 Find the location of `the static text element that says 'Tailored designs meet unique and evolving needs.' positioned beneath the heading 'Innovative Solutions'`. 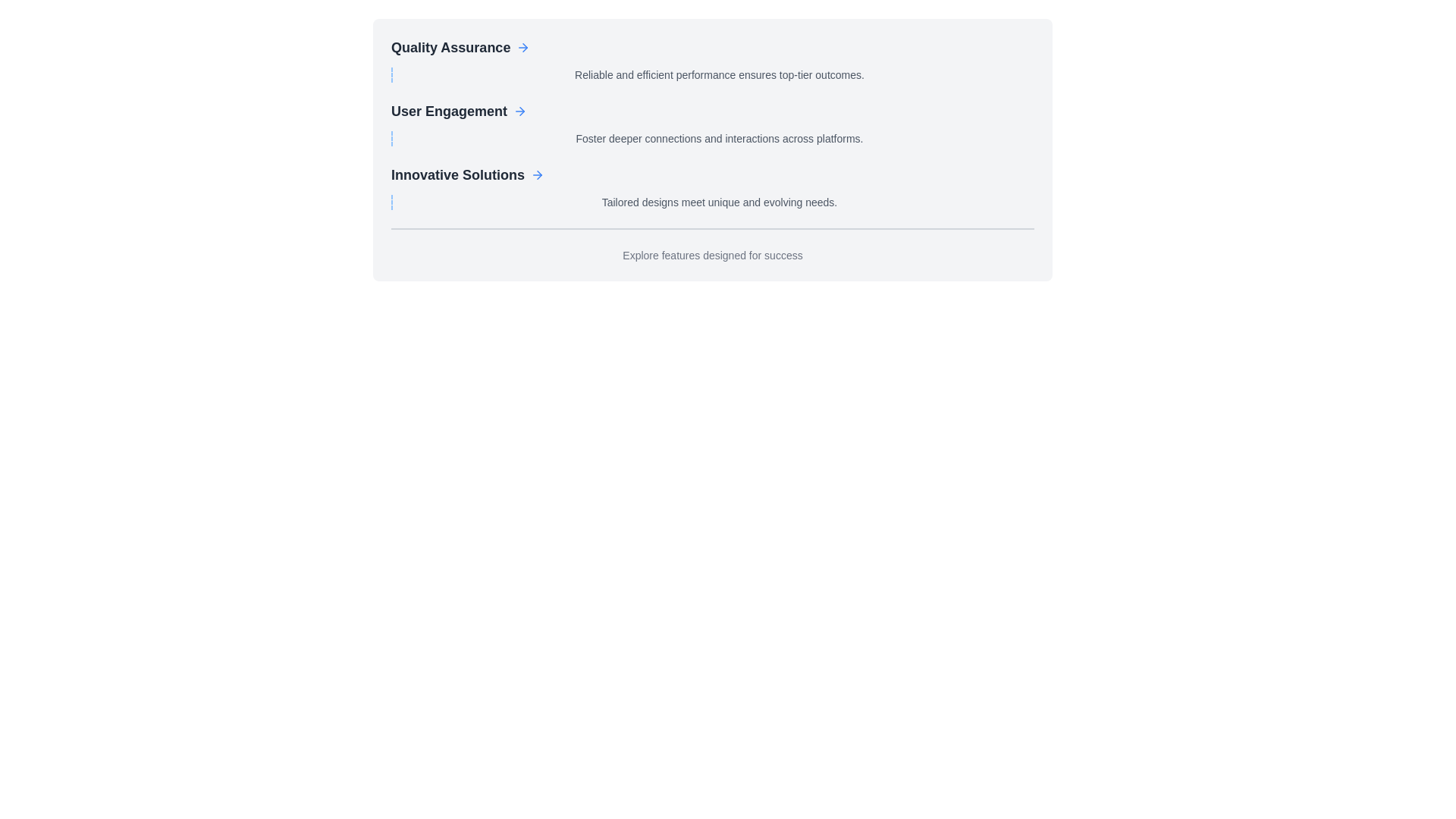

the static text element that says 'Tailored designs meet unique and evolving needs.' positioned beneath the heading 'Innovative Solutions' is located at coordinates (712, 201).